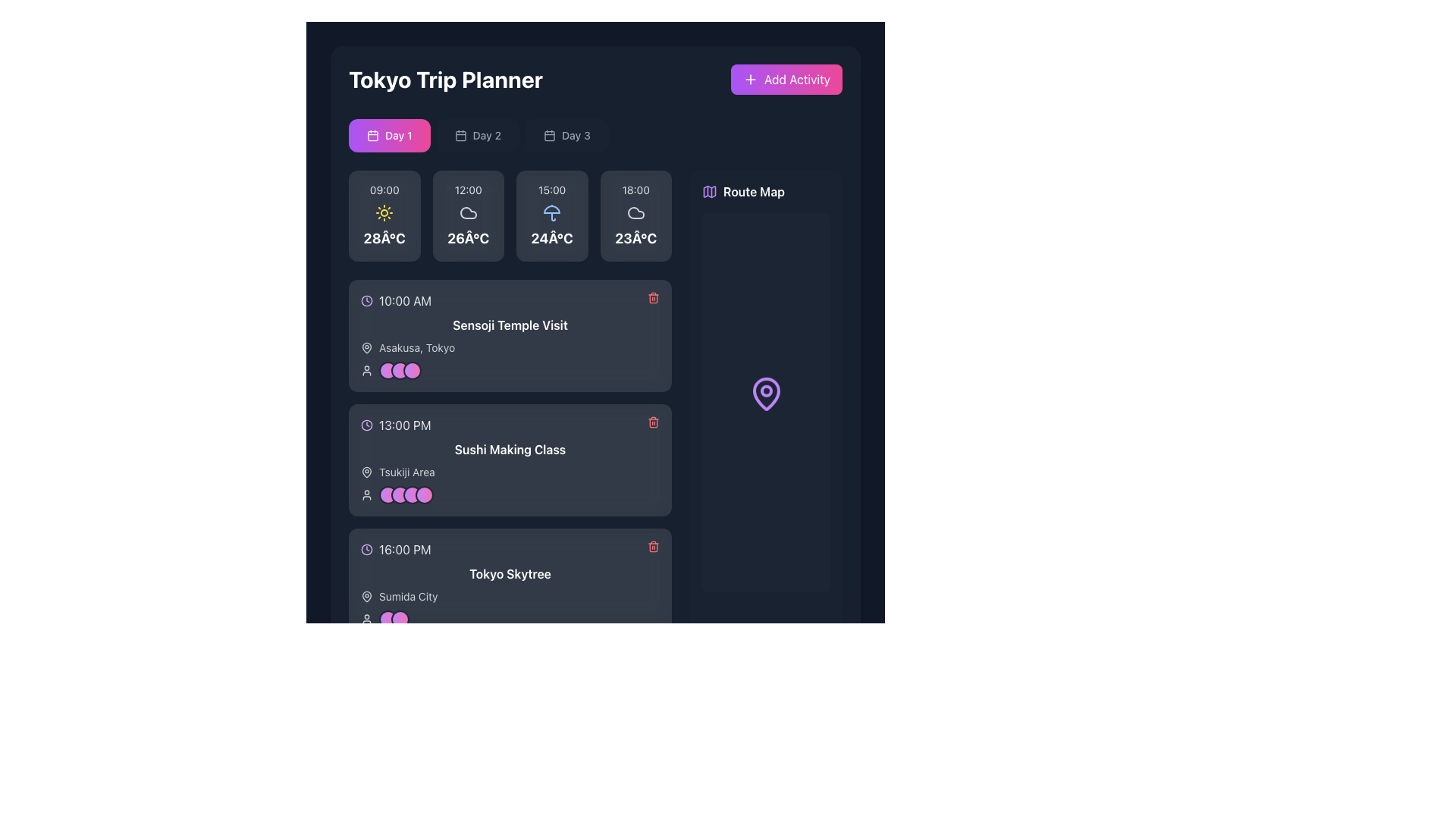 This screenshot has height=819, width=1456. Describe the element at coordinates (553, 216) in the screenshot. I see `the vertical line element of the umbrella icon, which is a thin stroke with rounded edges positioned centrally below the upper arc of the SVG` at that location.